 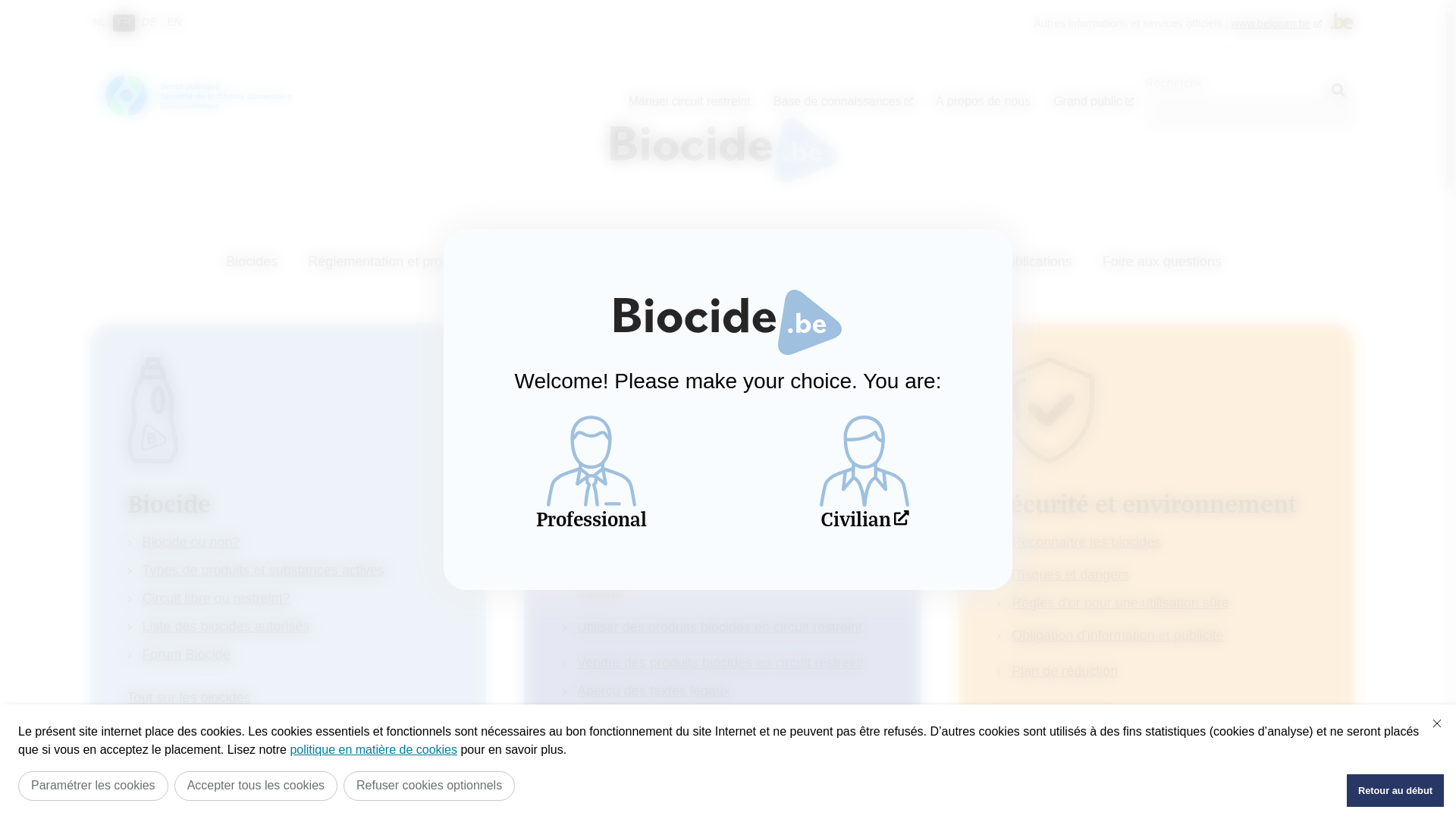 I want to click on 'FR', so click(x=124, y=22).